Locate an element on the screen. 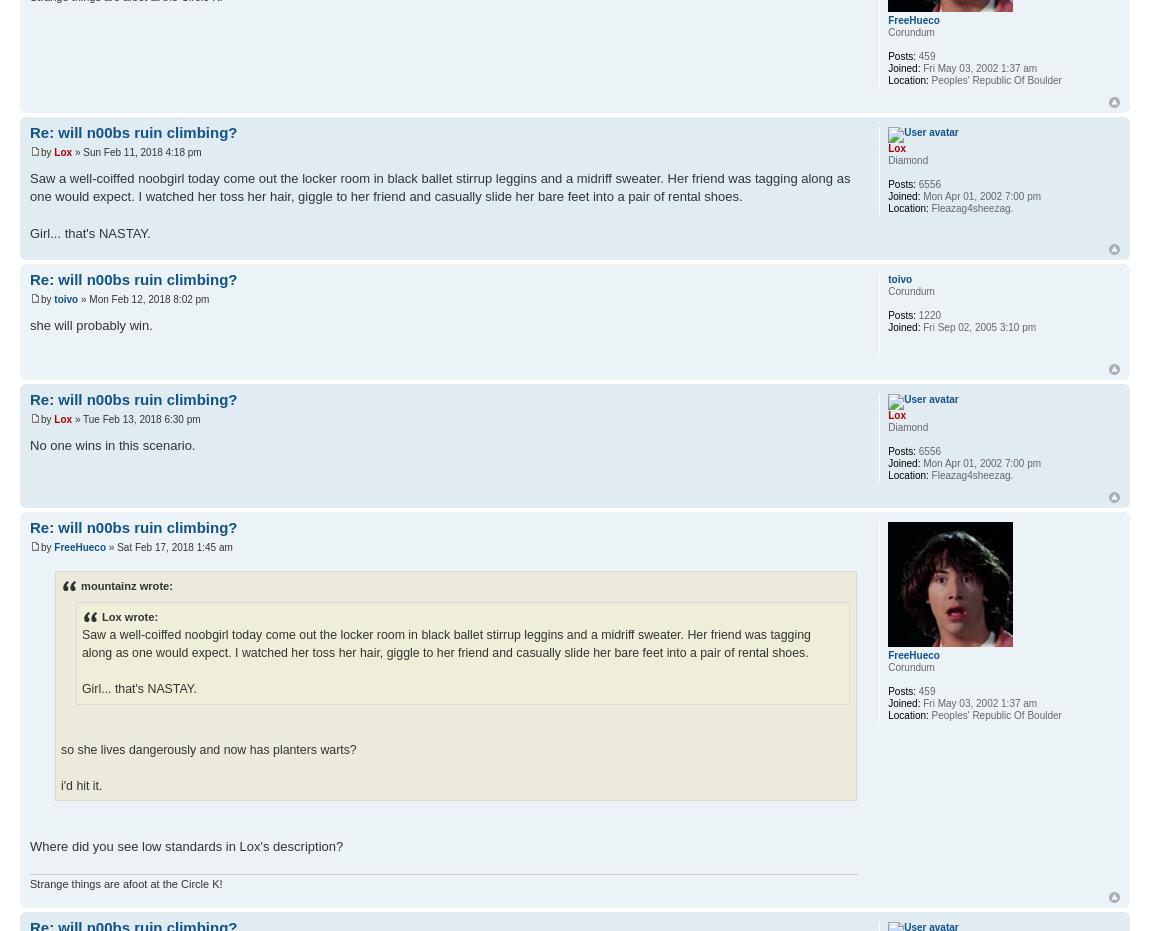 This screenshot has height=931, width=1150. '1220' is located at coordinates (928, 313).